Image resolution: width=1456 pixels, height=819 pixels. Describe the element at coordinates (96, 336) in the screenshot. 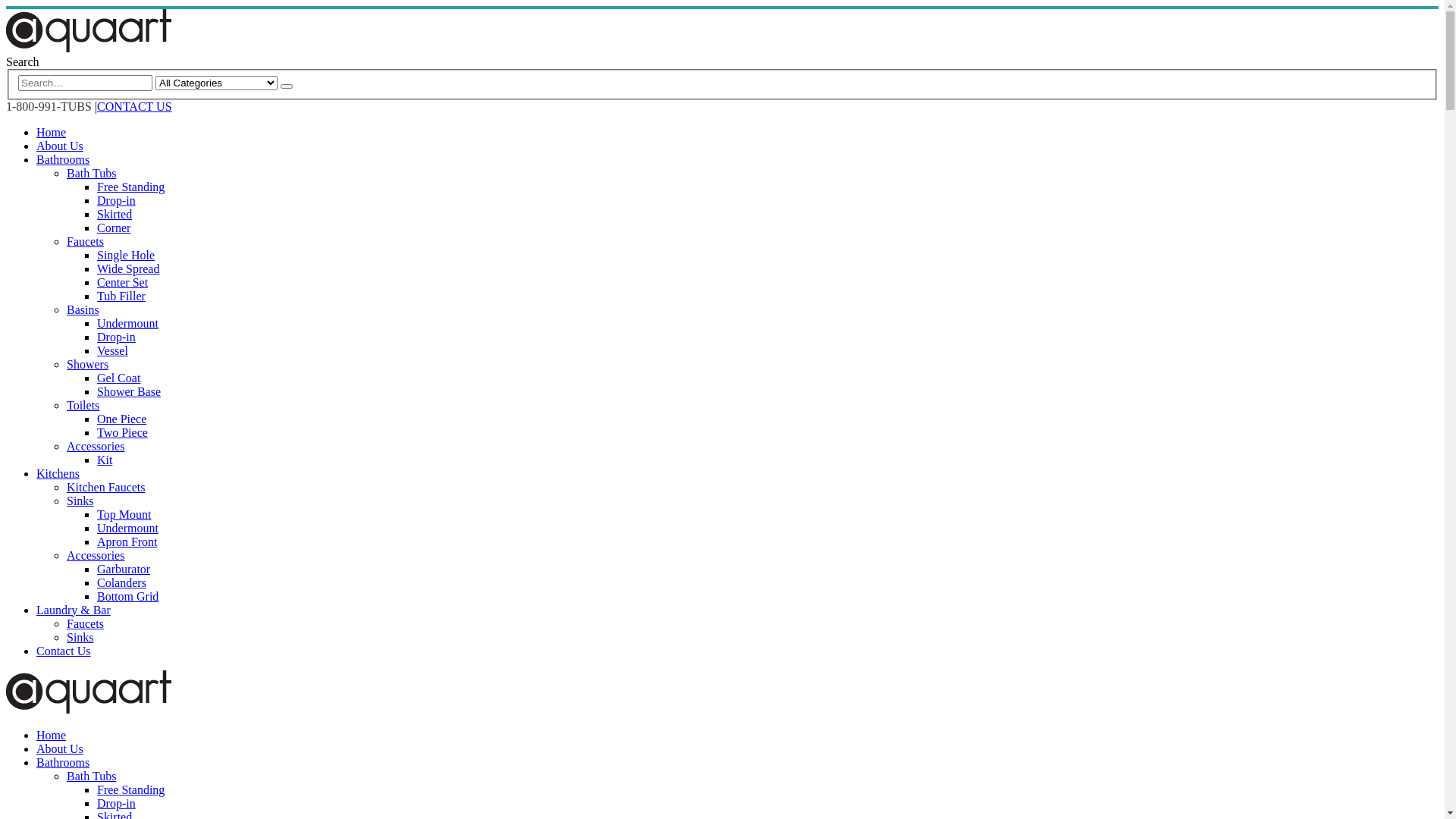

I see `'Drop-in'` at that location.